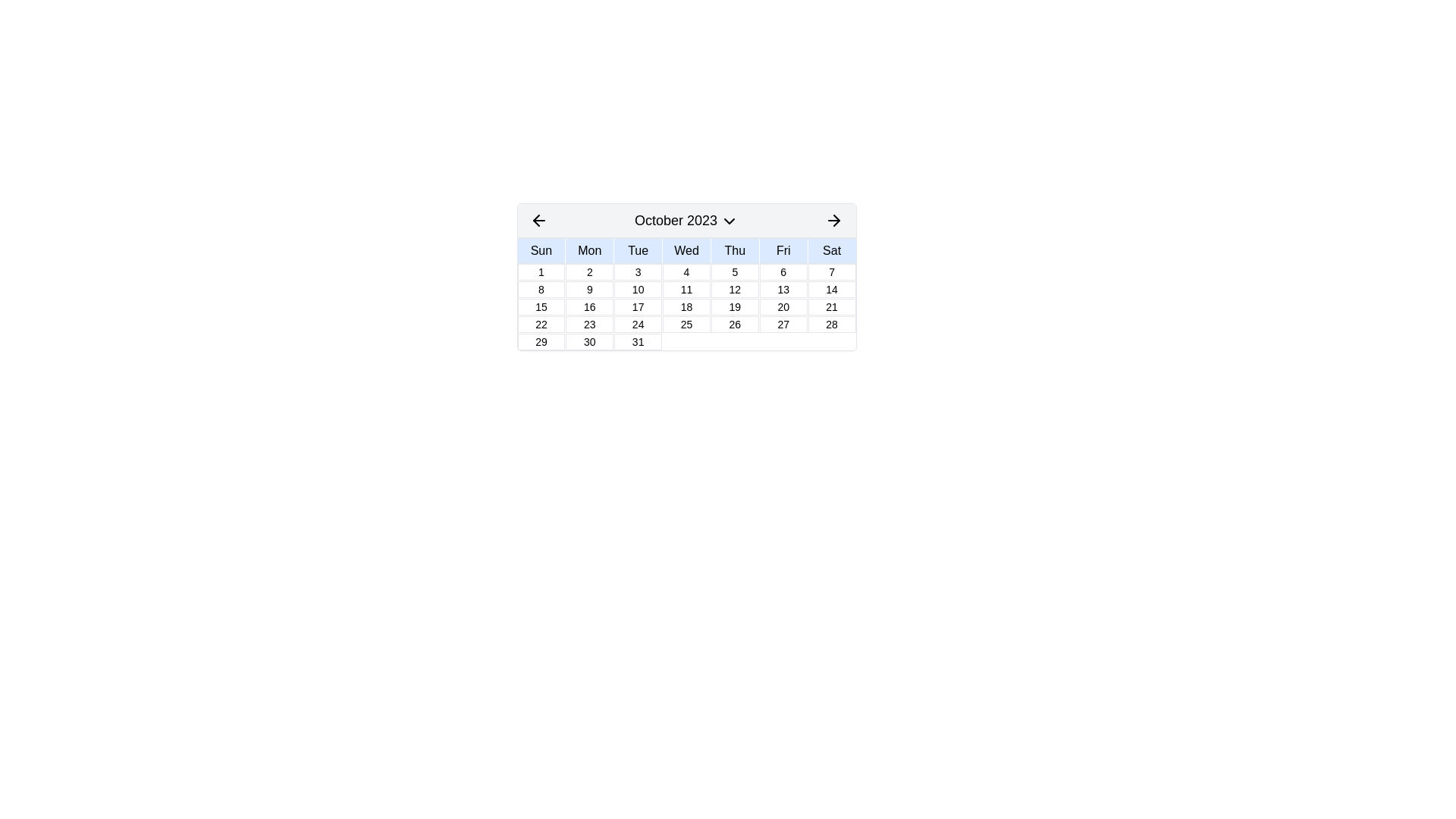 This screenshot has height=819, width=1456. Describe the element at coordinates (783, 289) in the screenshot. I see `the TextDisplay cell containing the number '13' in the calendar grid` at that location.